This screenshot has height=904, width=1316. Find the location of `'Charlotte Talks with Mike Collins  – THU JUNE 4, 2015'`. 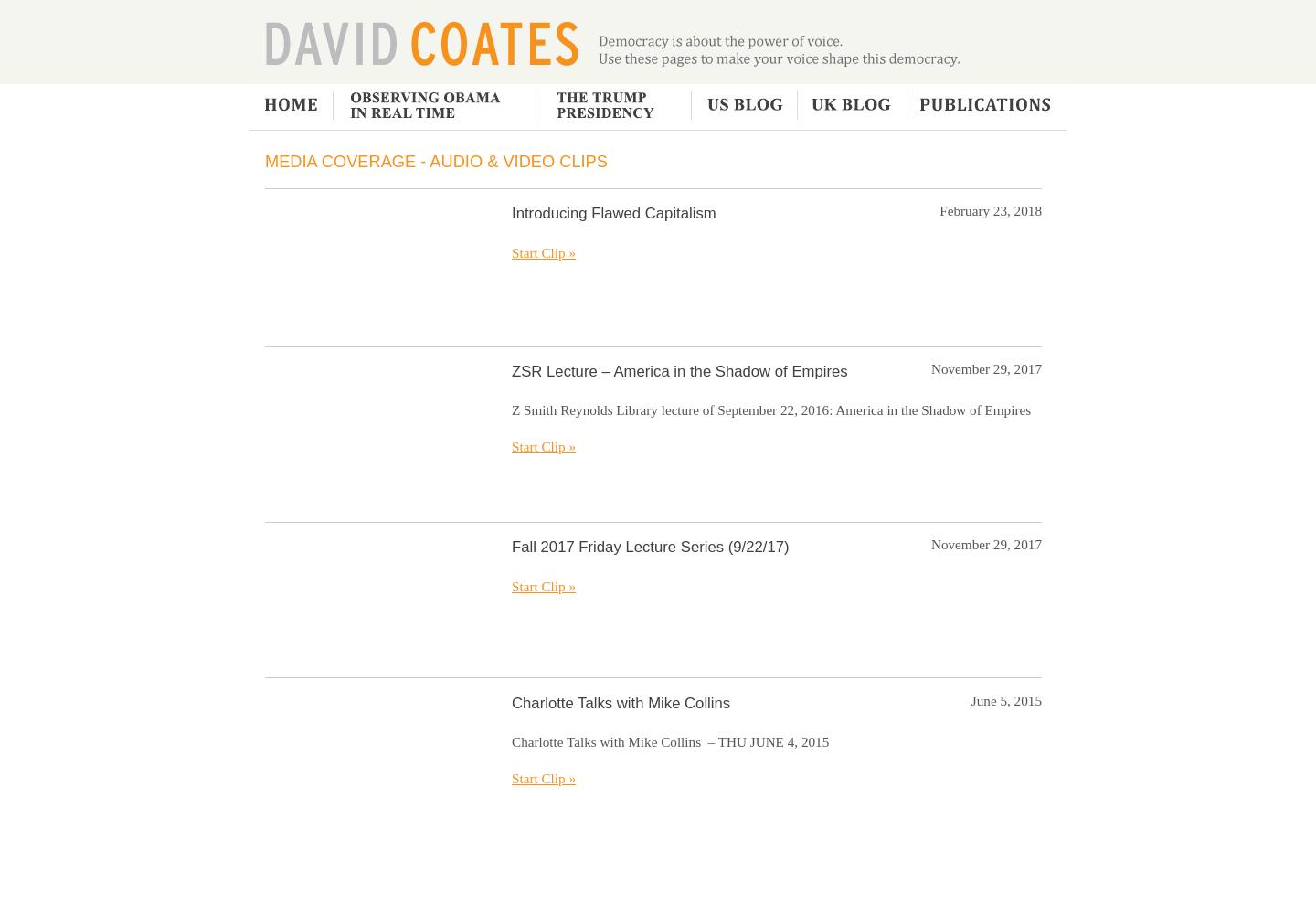

'Charlotte Talks with Mike Collins  – THU JUNE 4, 2015' is located at coordinates (669, 740).